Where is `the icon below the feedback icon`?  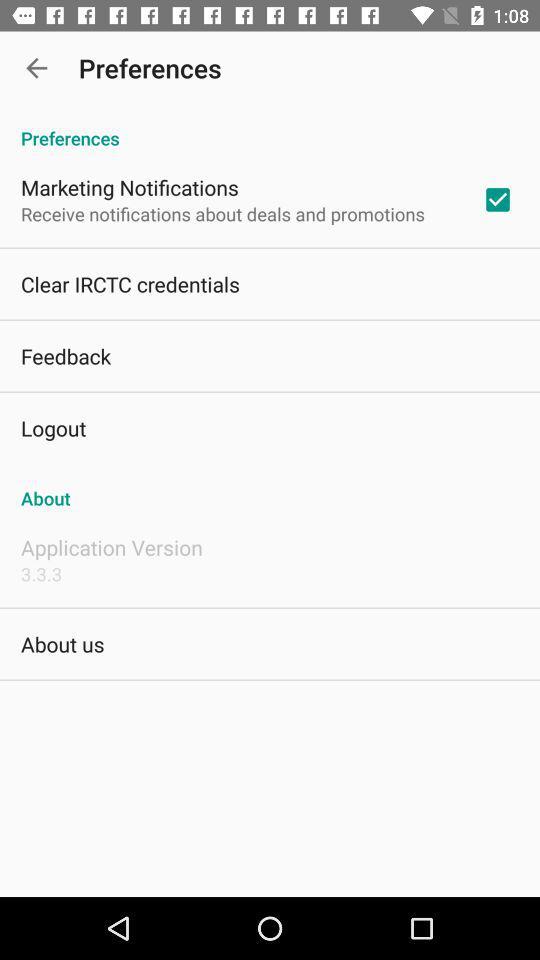 the icon below the feedback icon is located at coordinates (53, 428).